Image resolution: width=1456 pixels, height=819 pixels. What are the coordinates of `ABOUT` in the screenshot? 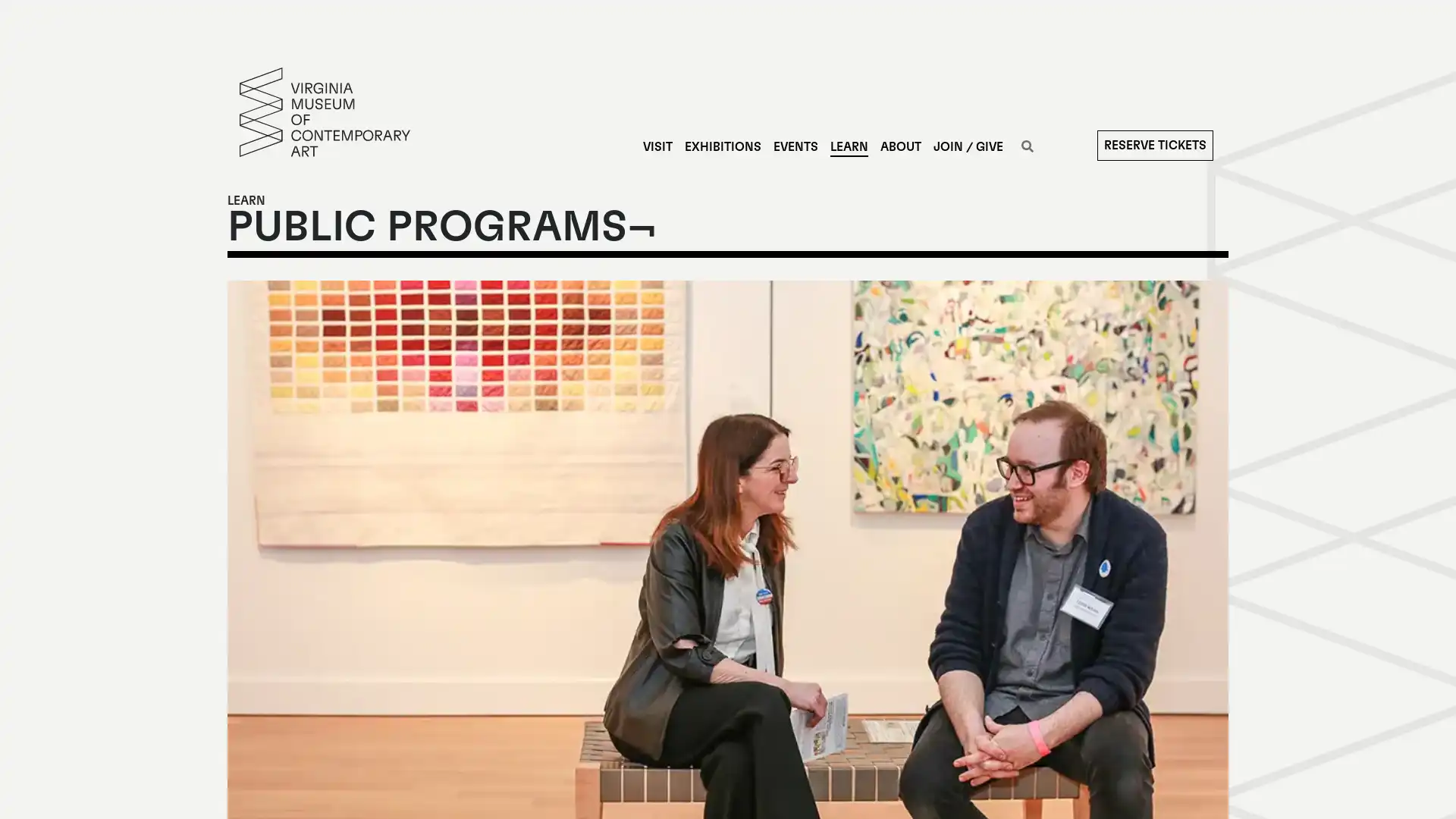 It's located at (899, 146).